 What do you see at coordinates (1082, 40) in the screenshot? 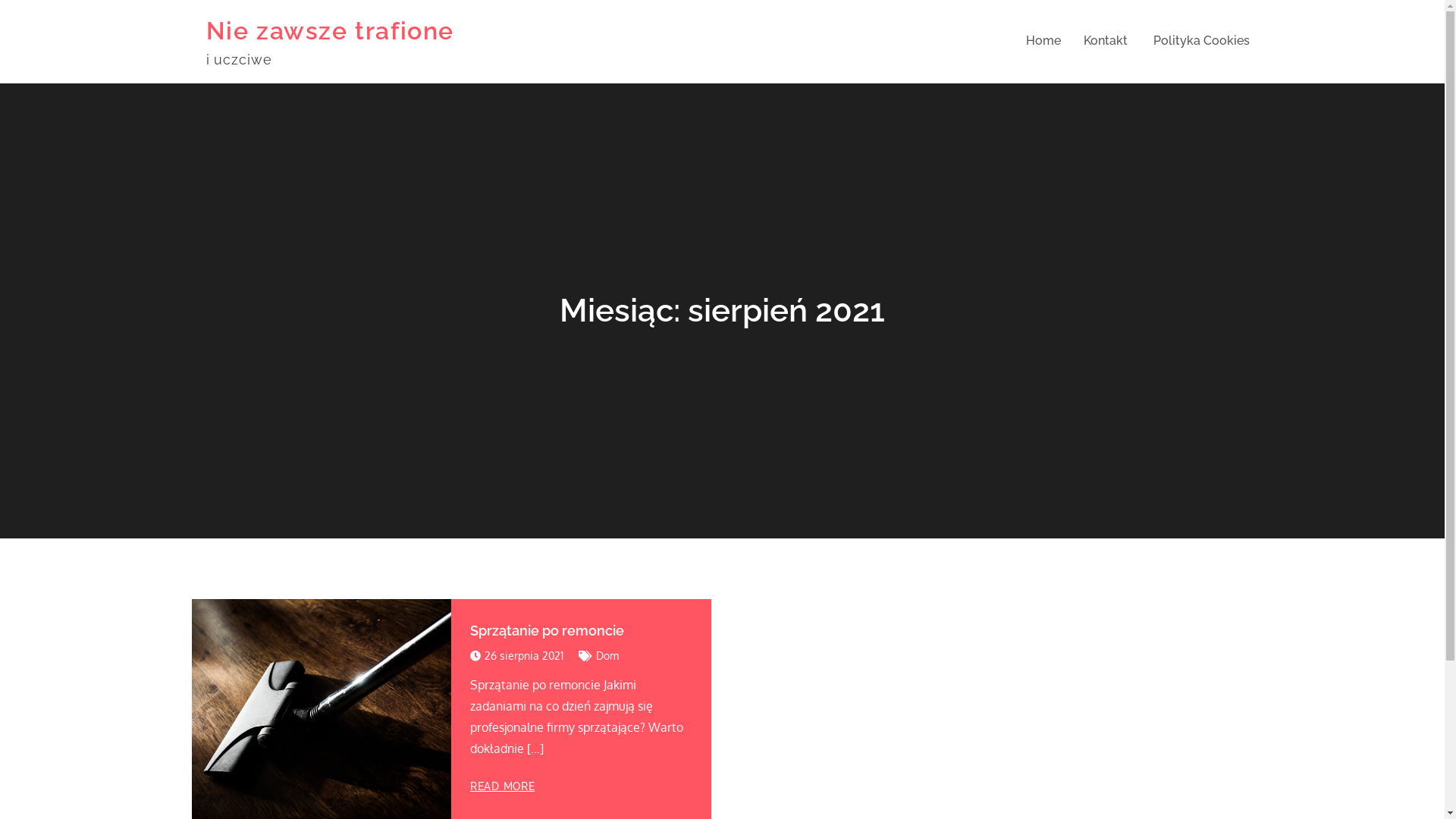
I see `'Kontakt'` at bounding box center [1082, 40].